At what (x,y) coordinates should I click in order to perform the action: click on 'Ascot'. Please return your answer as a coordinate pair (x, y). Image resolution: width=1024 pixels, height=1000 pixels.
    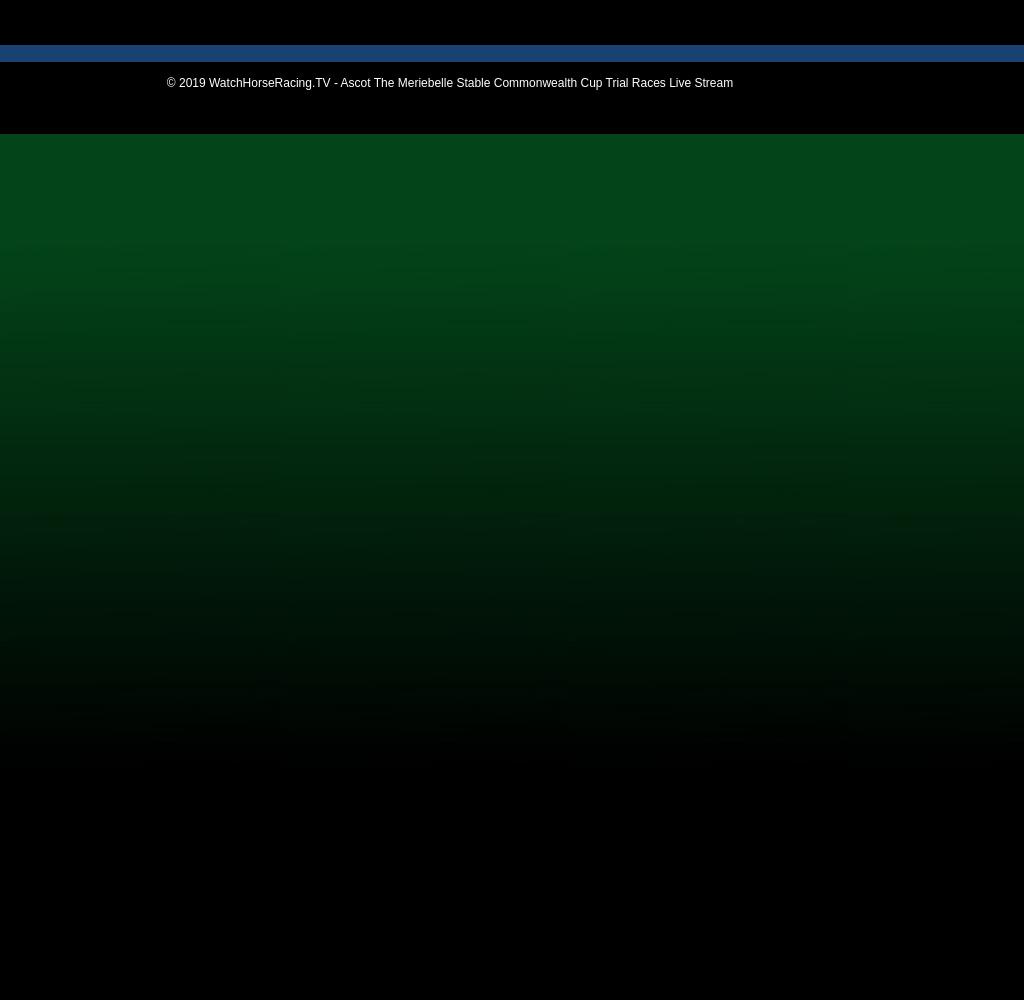
    Looking at the image, I should click on (46, 318).